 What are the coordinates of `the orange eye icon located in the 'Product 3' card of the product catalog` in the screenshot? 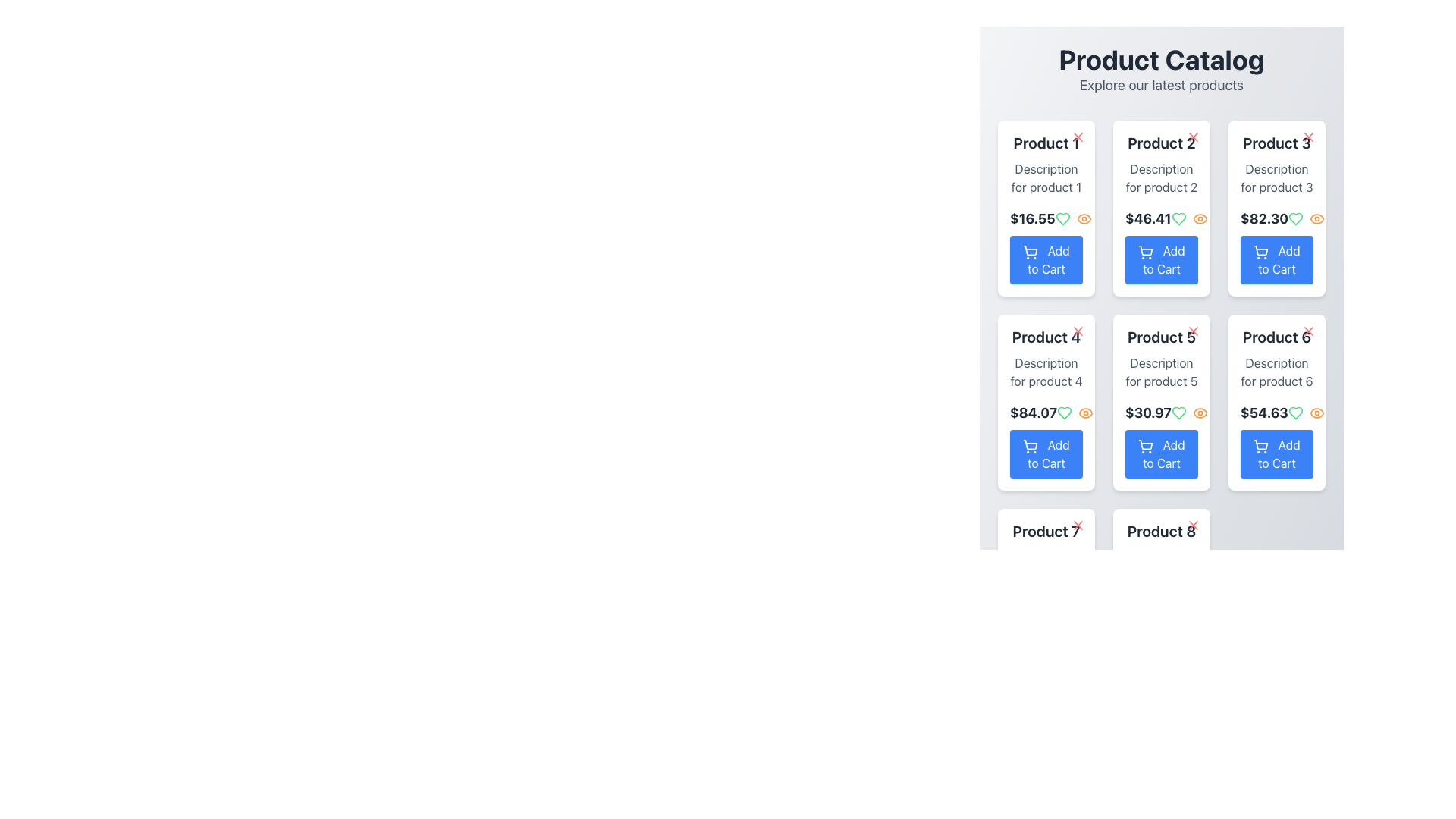 It's located at (1316, 219).